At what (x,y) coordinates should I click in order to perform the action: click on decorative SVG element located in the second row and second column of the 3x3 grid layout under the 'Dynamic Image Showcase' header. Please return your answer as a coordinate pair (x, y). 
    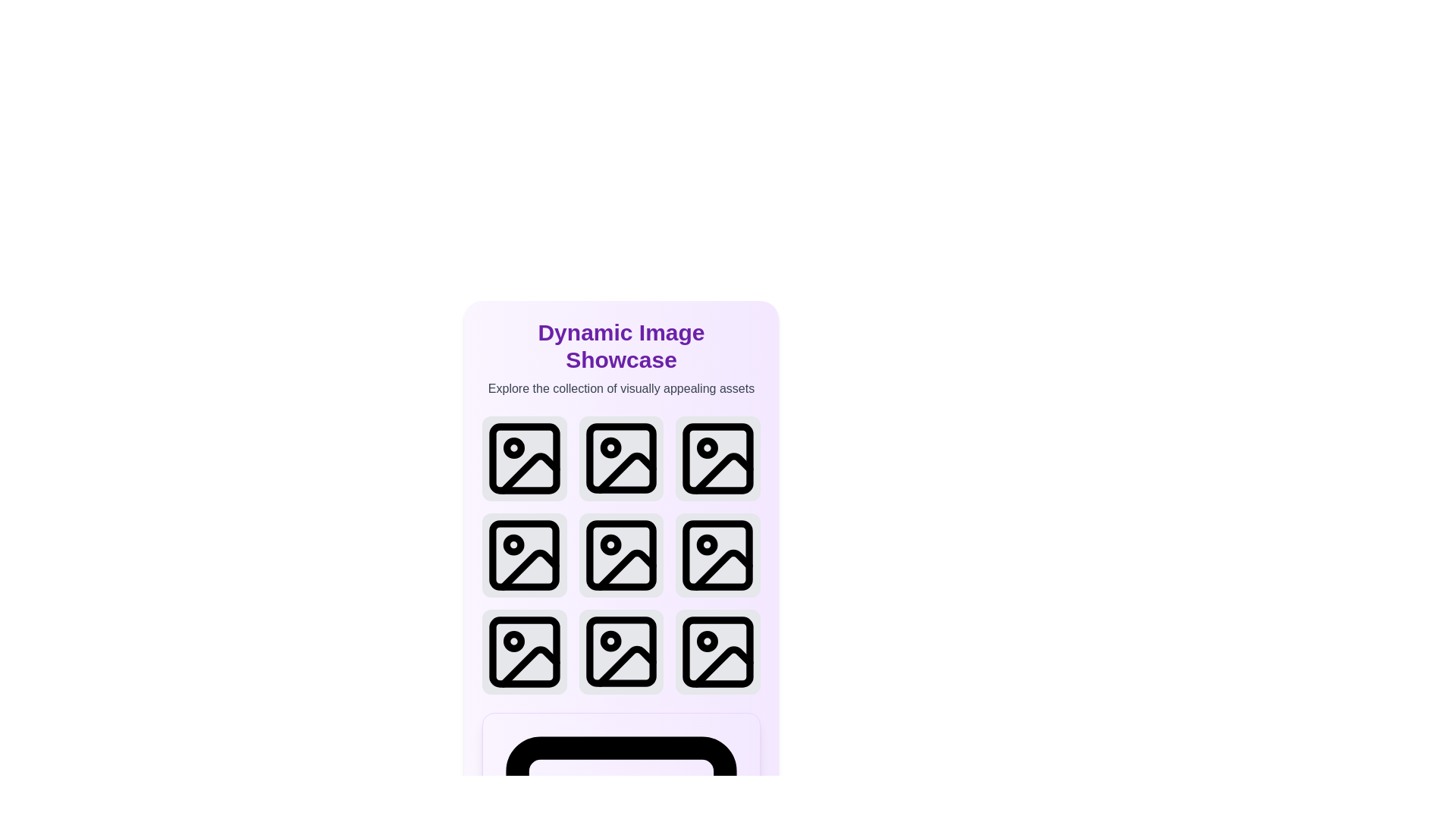
    Looking at the image, I should click on (626, 472).